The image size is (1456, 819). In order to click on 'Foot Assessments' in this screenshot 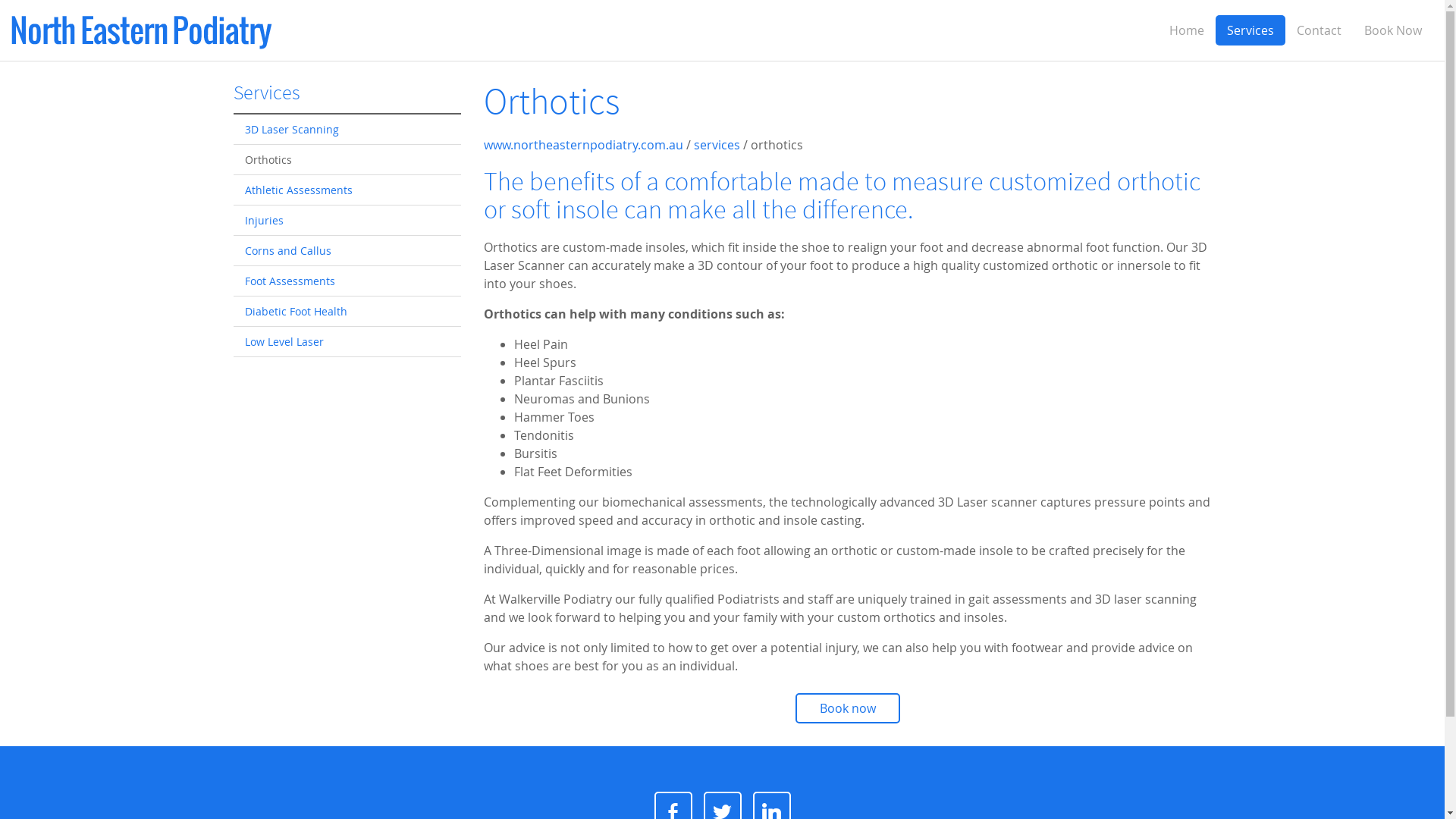, I will do `click(232, 281)`.